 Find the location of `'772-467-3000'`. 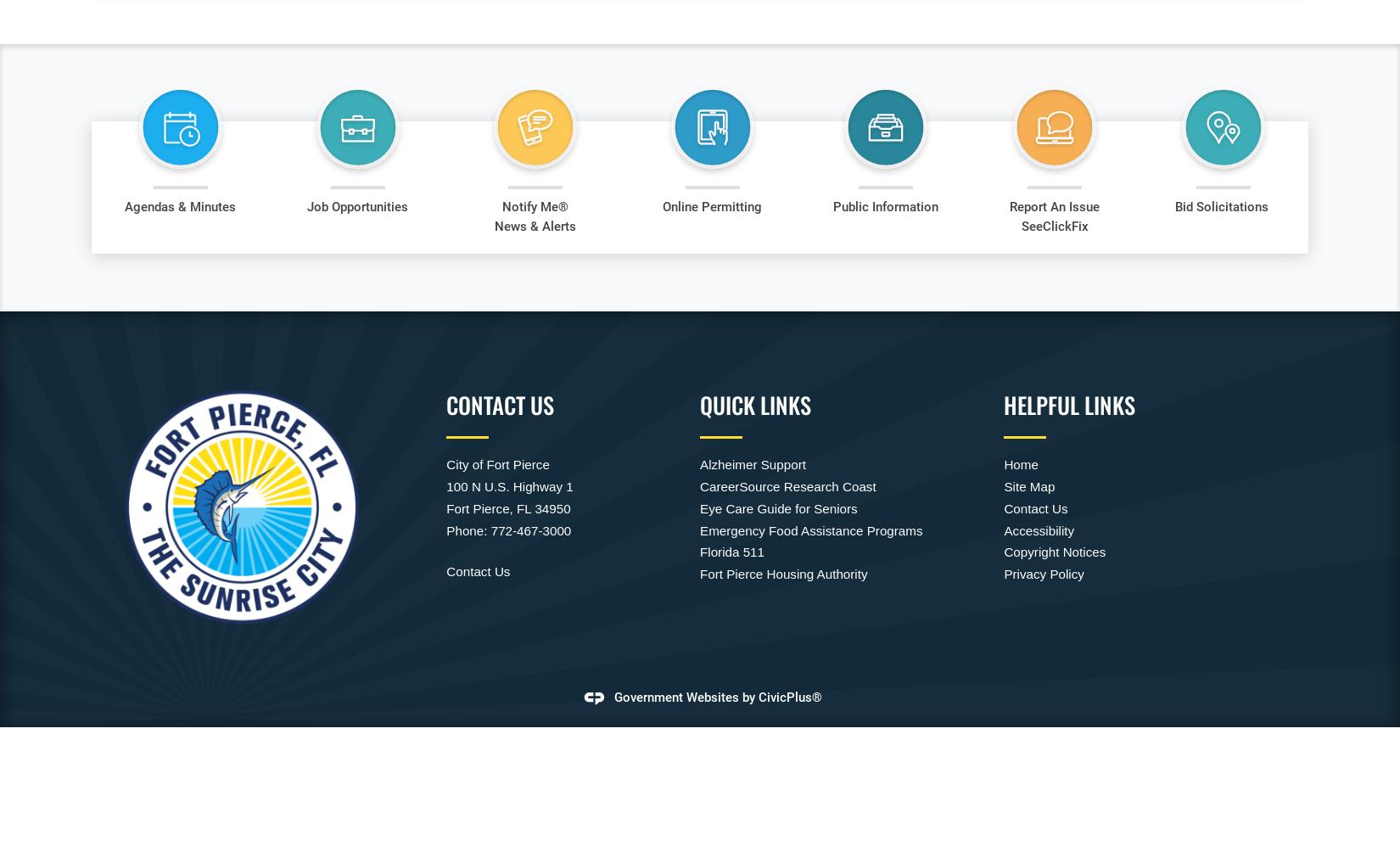

'772-467-3000' is located at coordinates (489, 530).